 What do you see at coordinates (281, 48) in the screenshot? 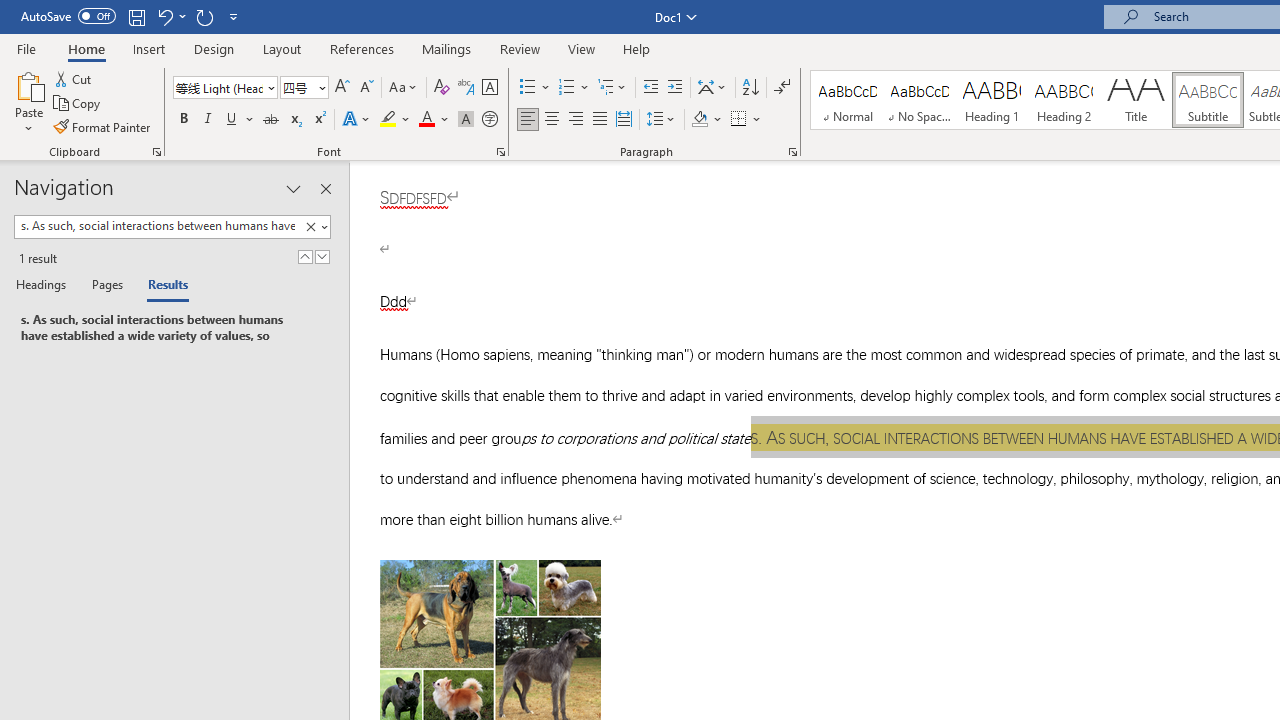
I see `'Layout'` at bounding box center [281, 48].